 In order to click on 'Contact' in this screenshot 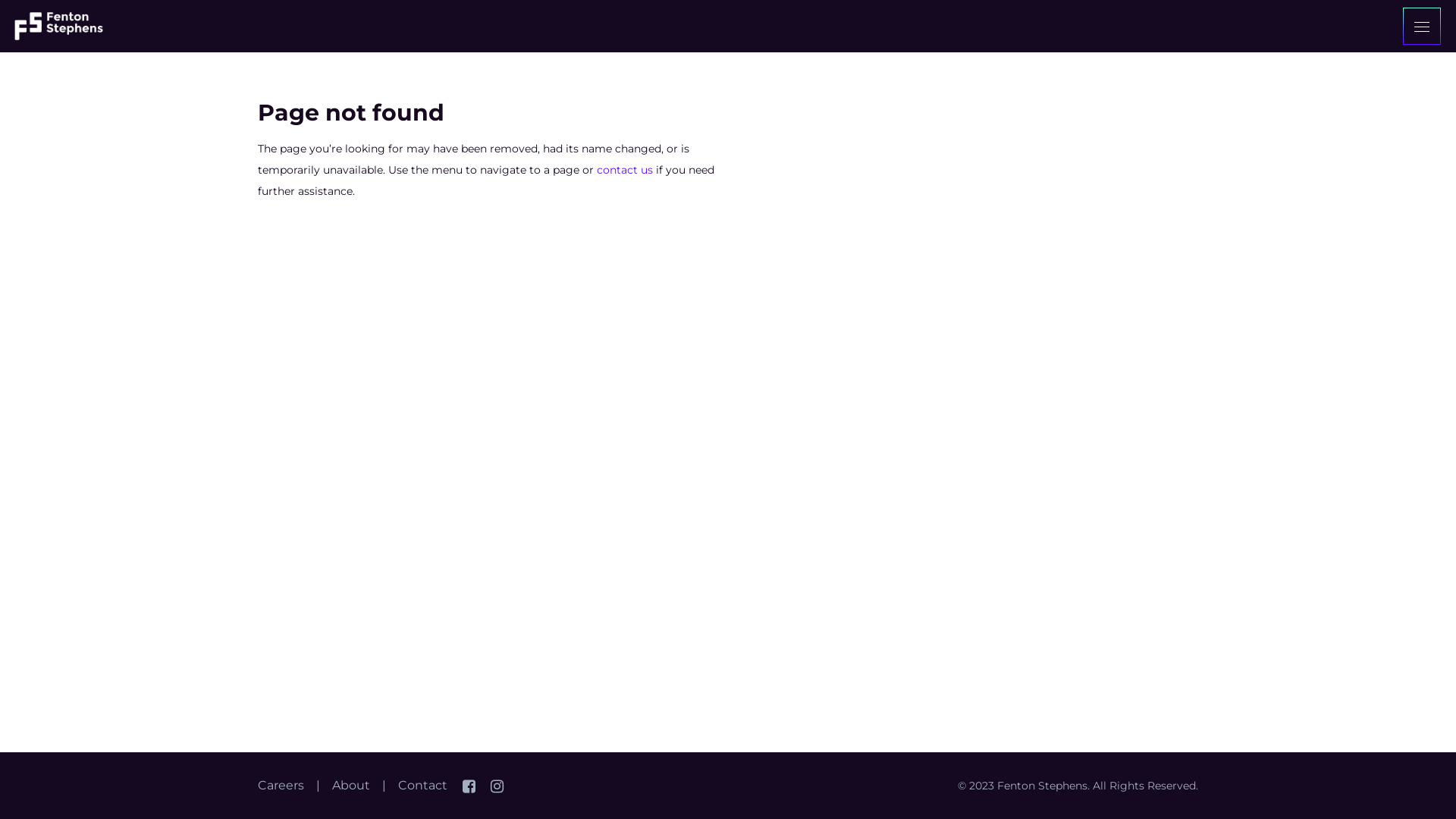, I will do `click(422, 785)`.